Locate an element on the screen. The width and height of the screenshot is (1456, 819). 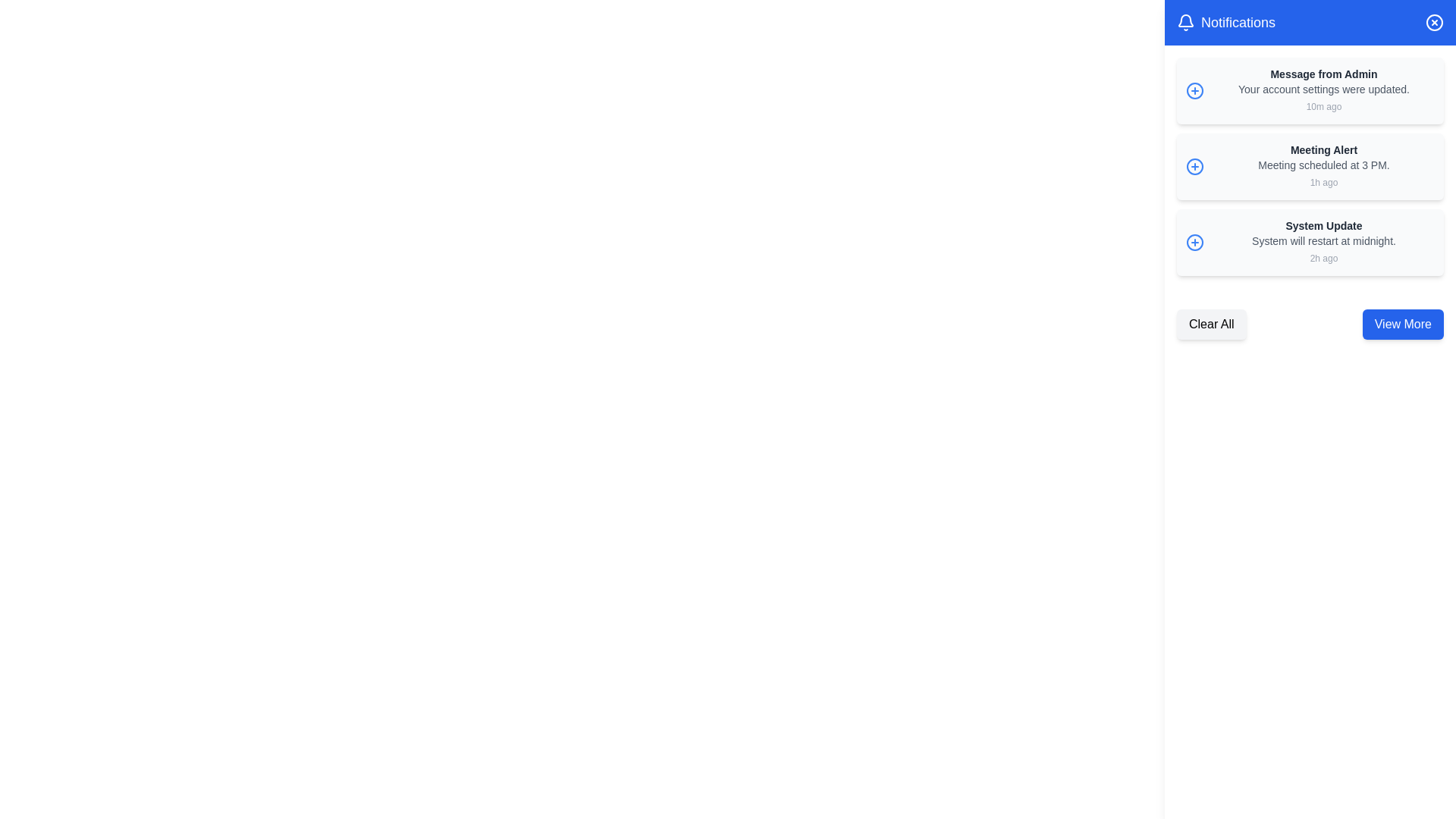
text from the 'Meeting Alert' label, which is styled in bold with a small font size and dark gray color, located at the top of the notification card is located at coordinates (1323, 149).